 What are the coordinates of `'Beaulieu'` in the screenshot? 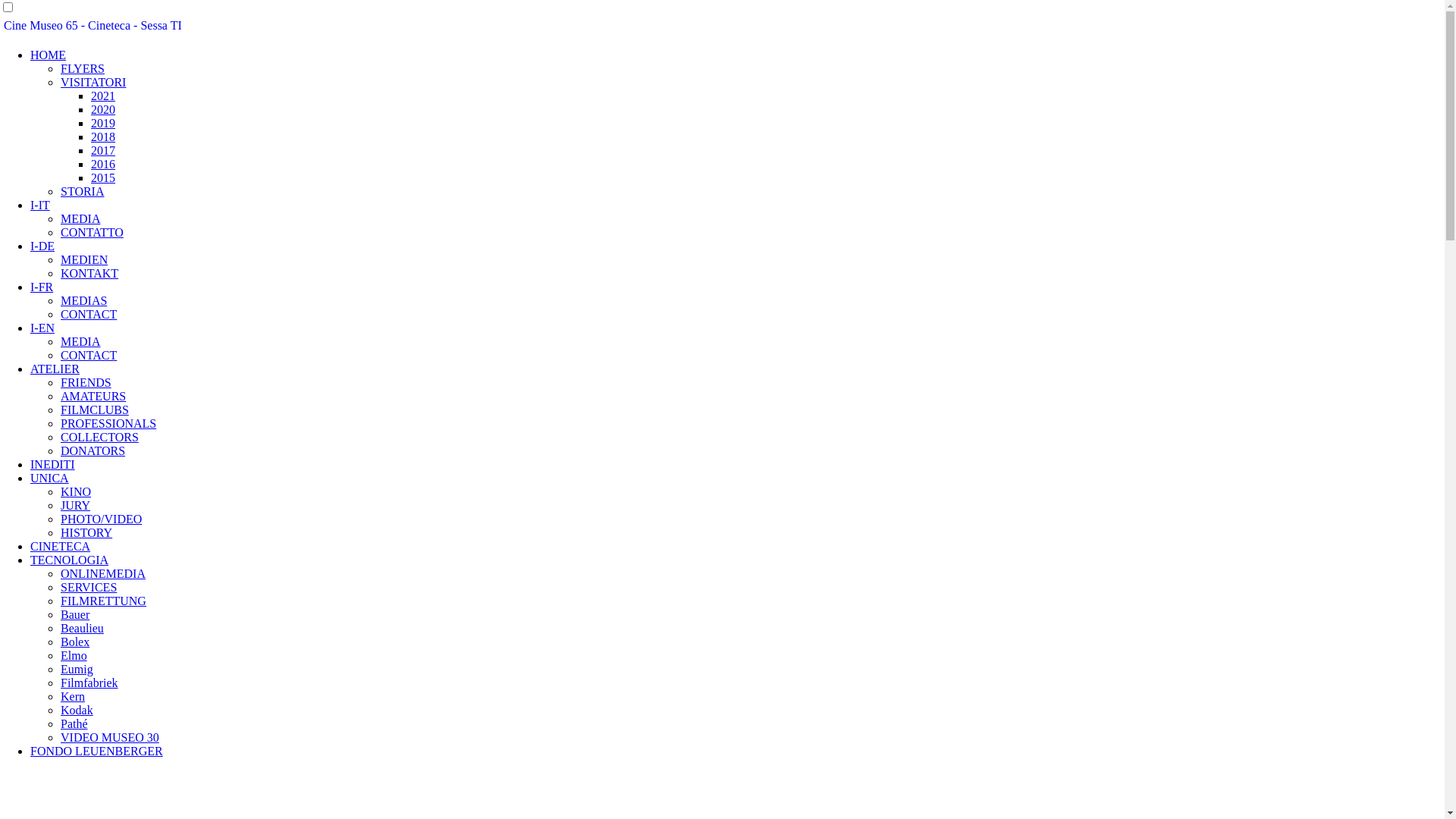 It's located at (81, 628).